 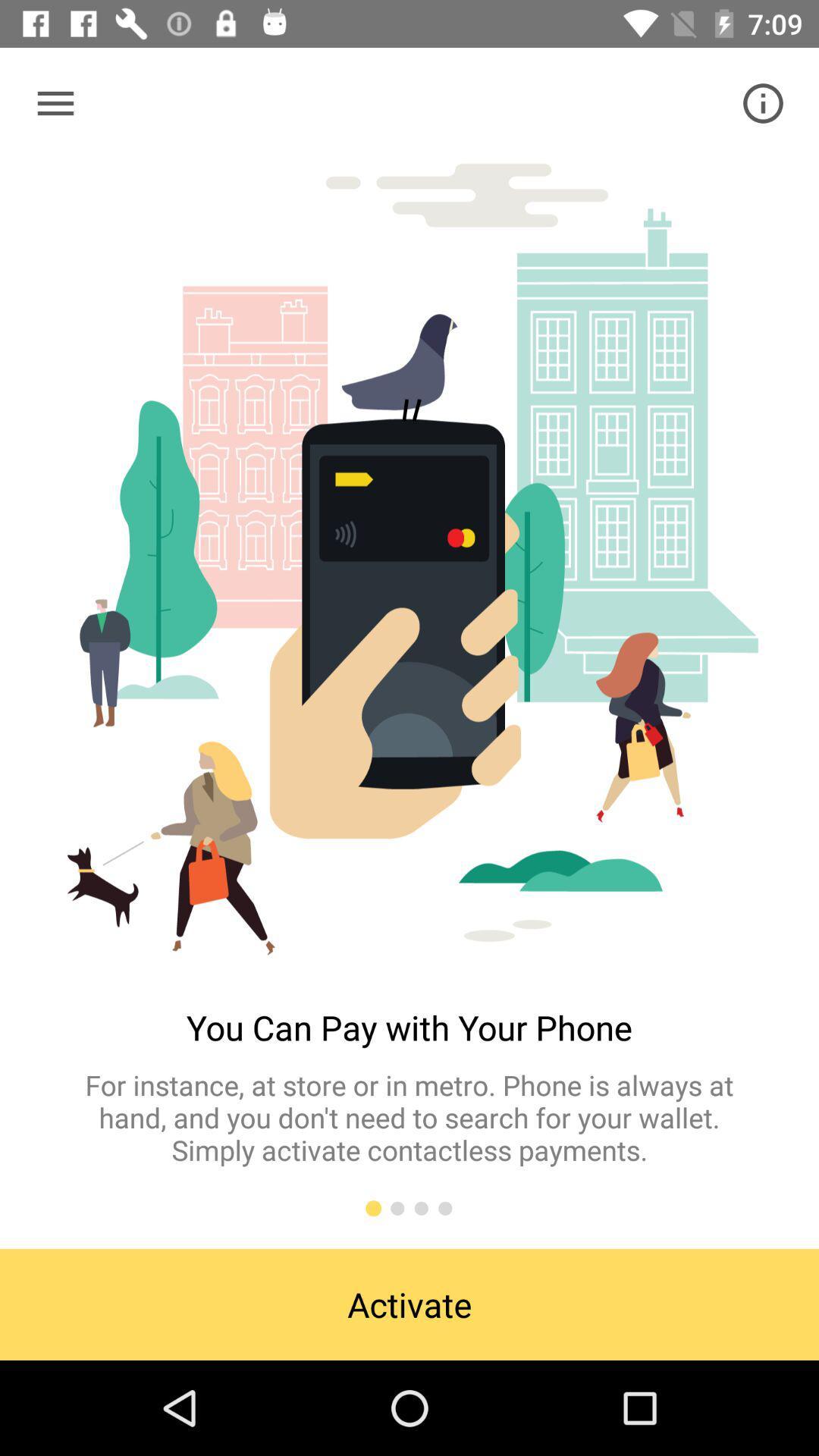 What do you see at coordinates (763, 102) in the screenshot?
I see `information button` at bounding box center [763, 102].